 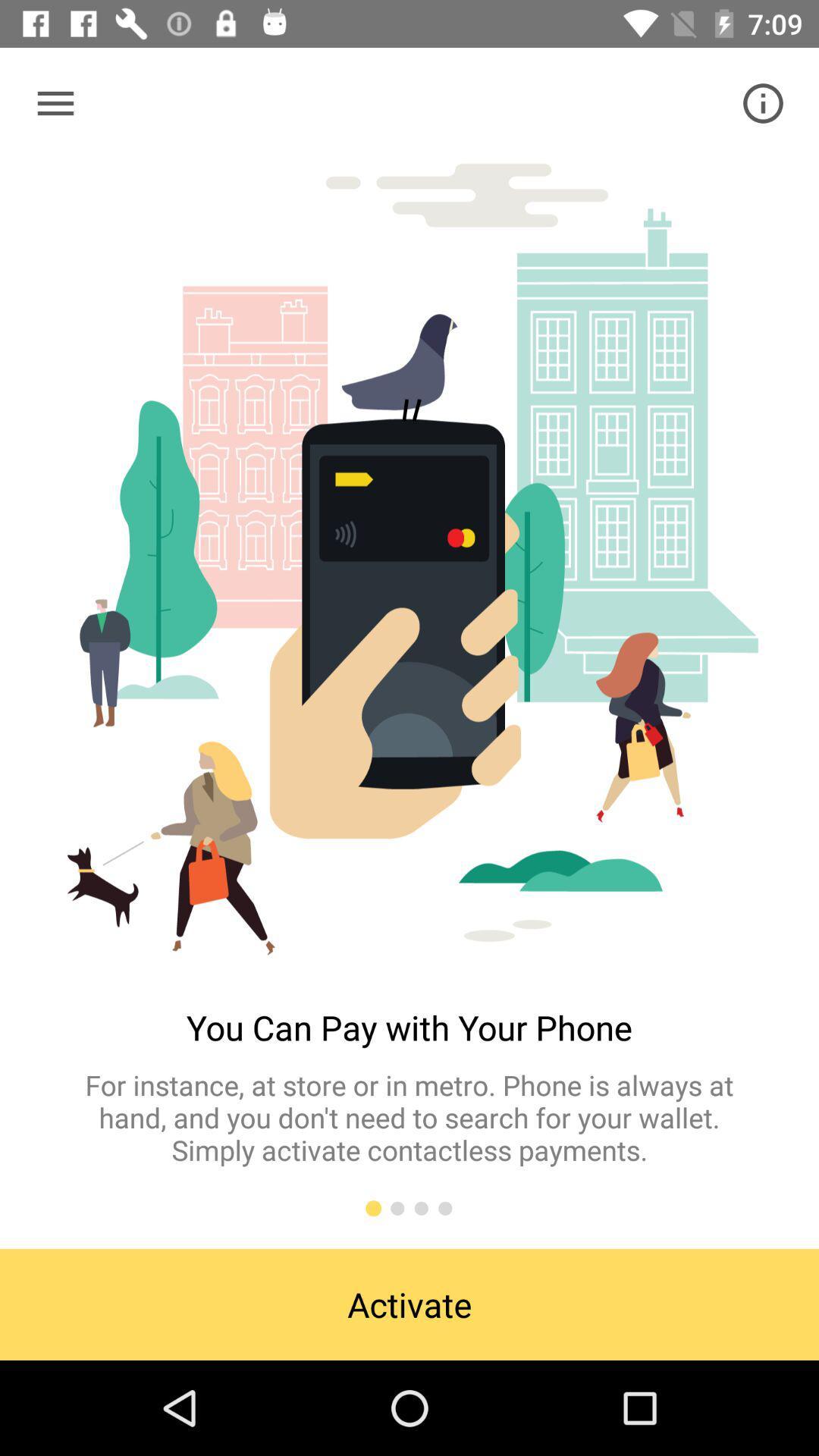 What do you see at coordinates (763, 102) in the screenshot?
I see `information button` at bounding box center [763, 102].